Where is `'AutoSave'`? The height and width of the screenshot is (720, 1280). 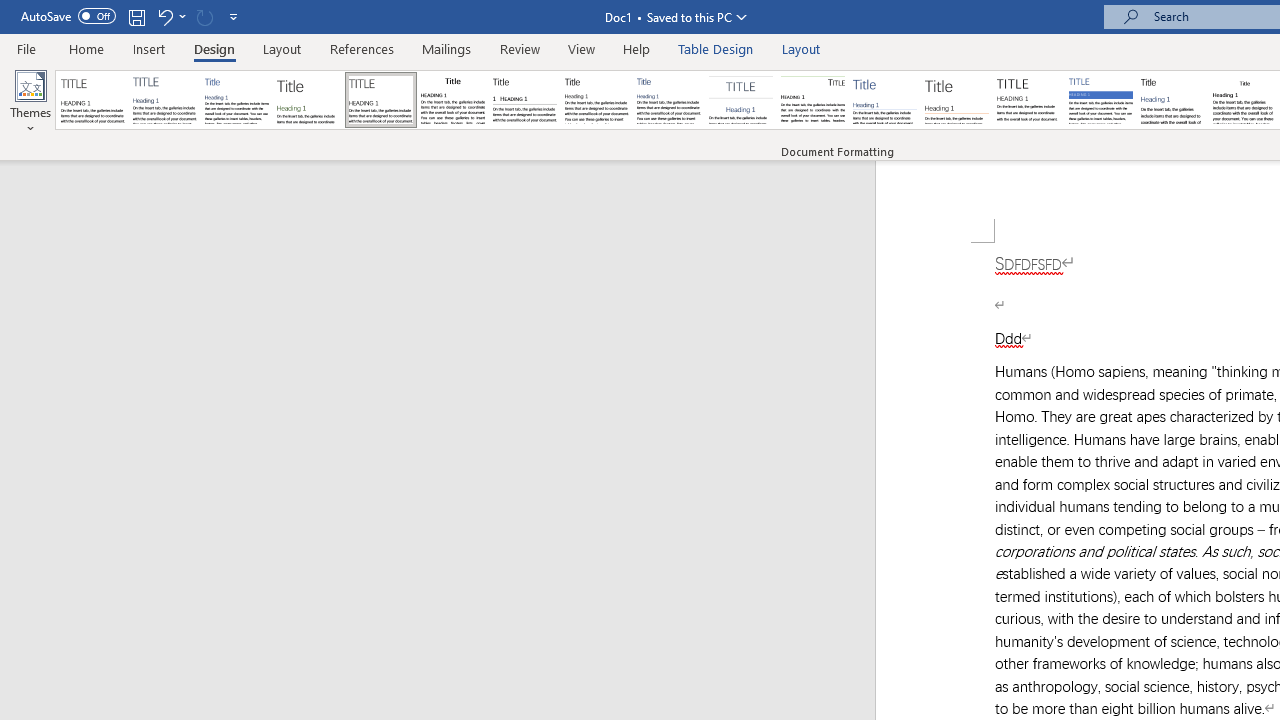 'AutoSave' is located at coordinates (68, 16).